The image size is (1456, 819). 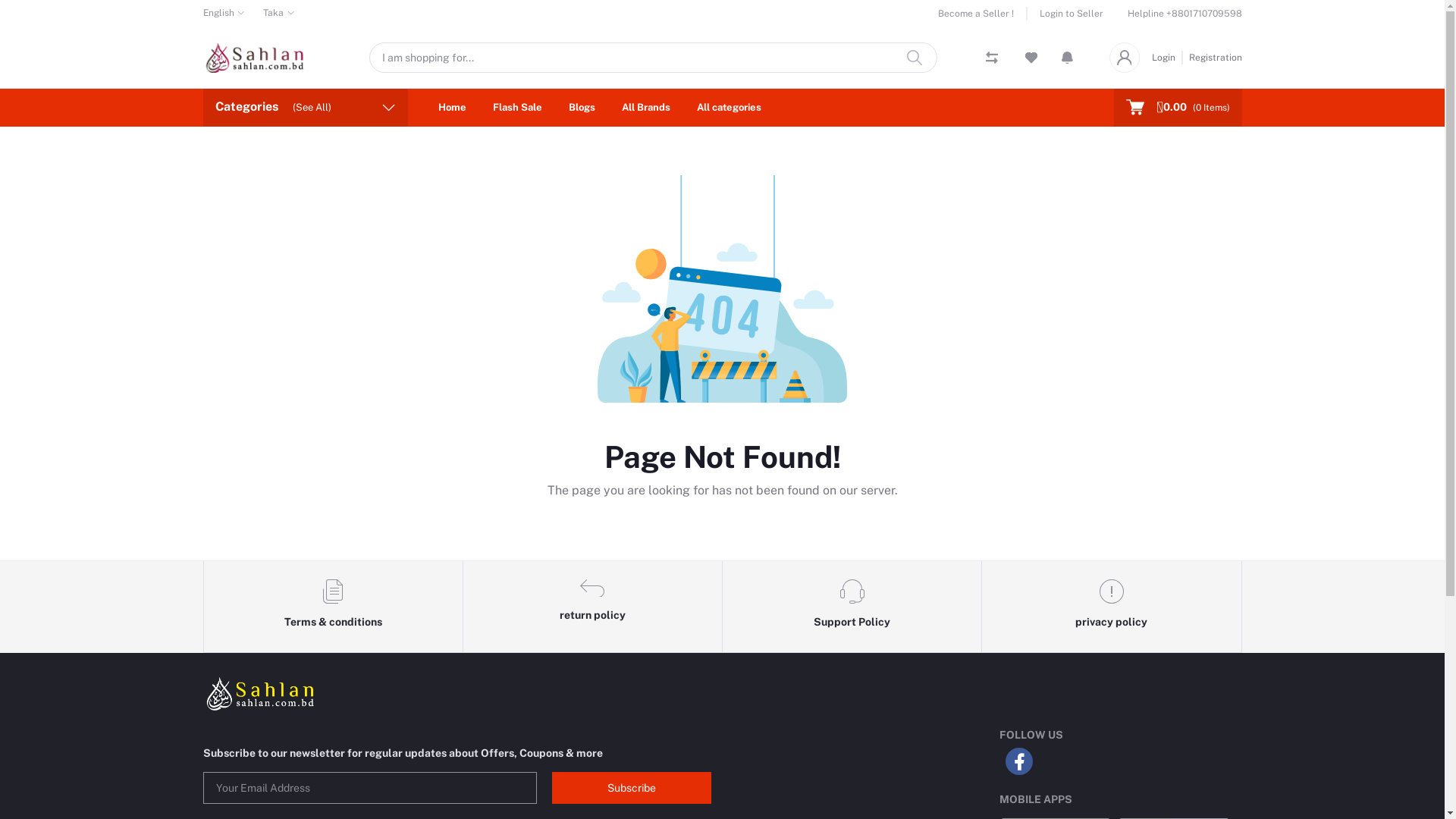 I want to click on 'Flash Sale', so click(x=517, y=107).